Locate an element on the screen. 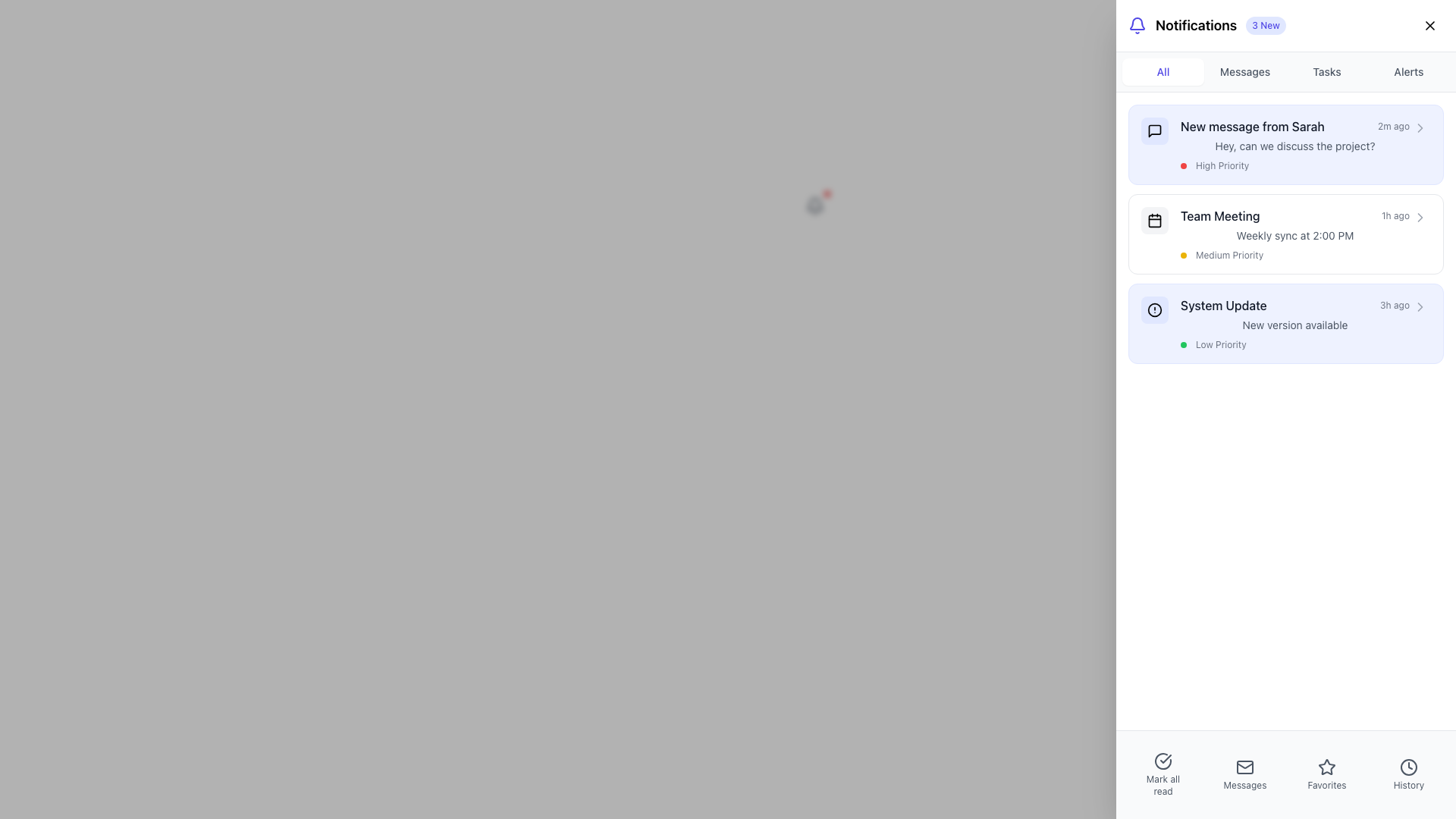 This screenshot has height=819, width=1456. the chevron icon button located on the far-right side of the 'System Update' notification is located at coordinates (1419, 307).